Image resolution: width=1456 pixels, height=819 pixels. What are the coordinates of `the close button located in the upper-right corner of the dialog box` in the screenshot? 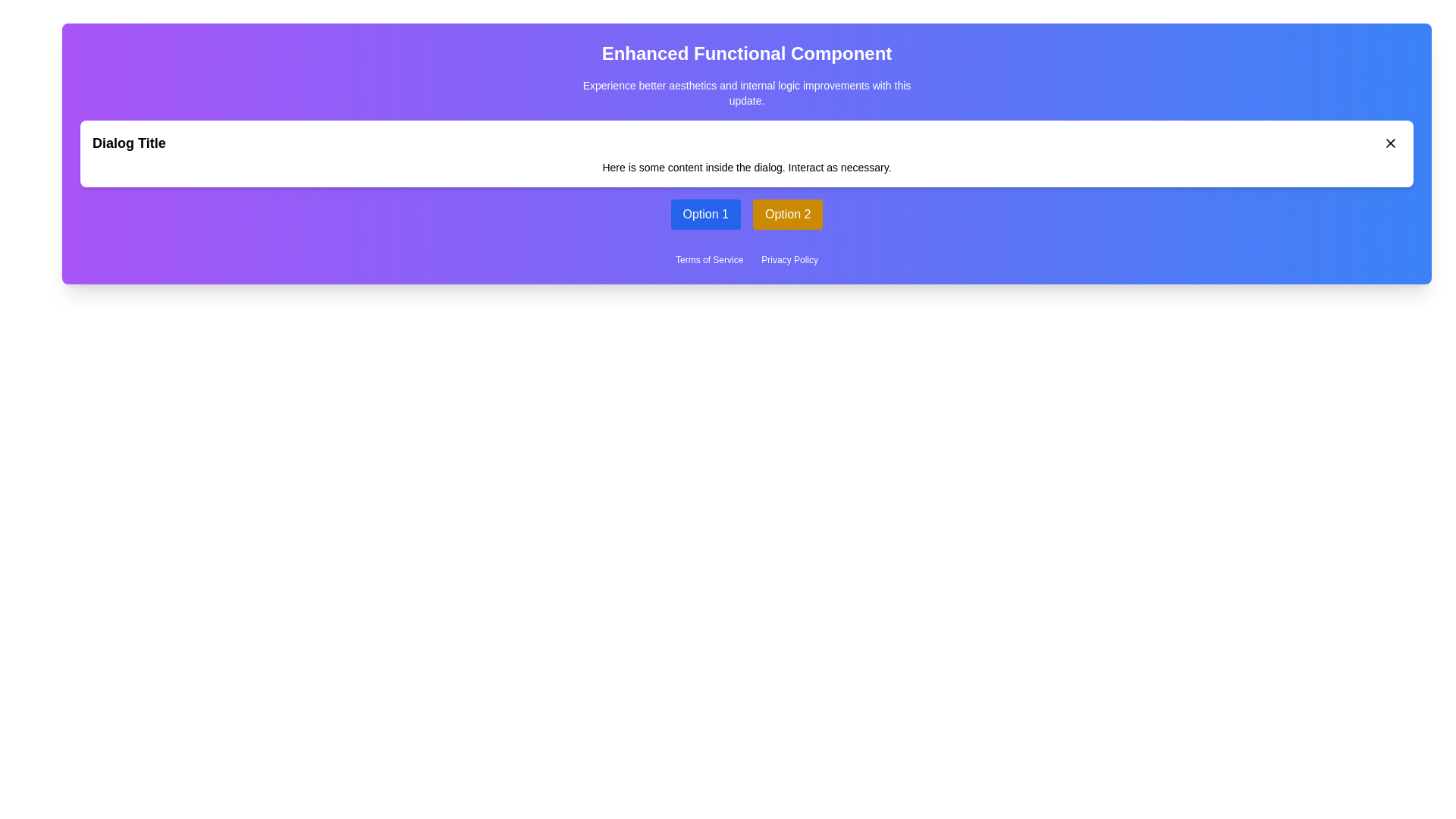 It's located at (1390, 143).